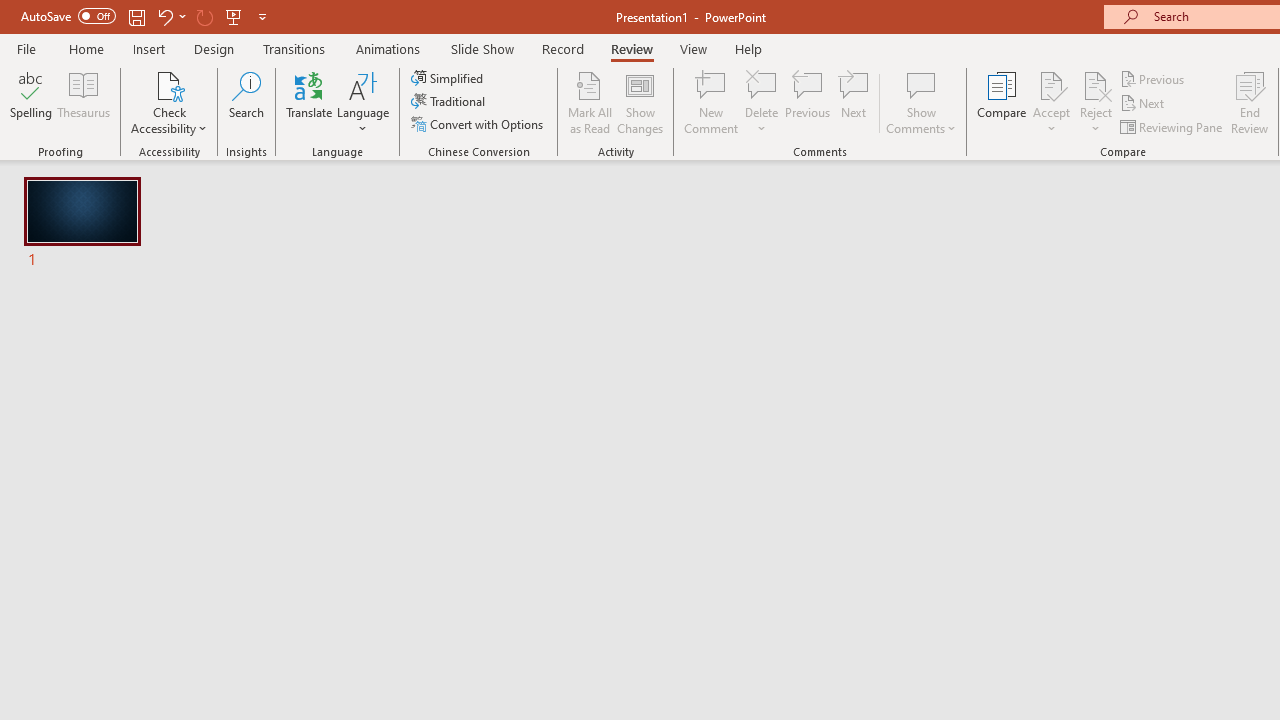  What do you see at coordinates (589, 103) in the screenshot?
I see `'Mark All as Read'` at bounding box center [589, 103].